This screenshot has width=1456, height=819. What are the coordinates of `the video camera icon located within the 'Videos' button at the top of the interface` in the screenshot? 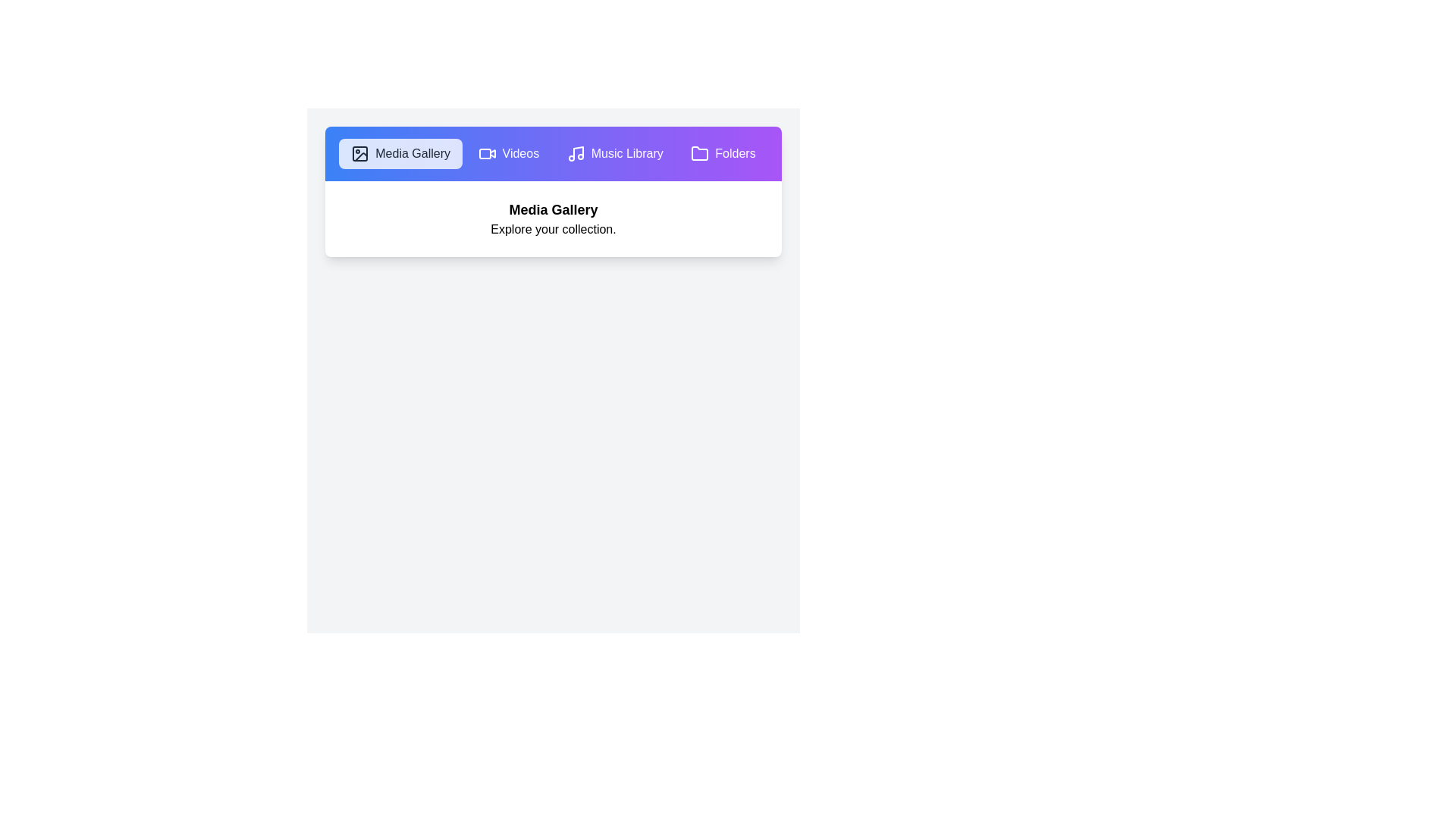 It's located at (487, 154).